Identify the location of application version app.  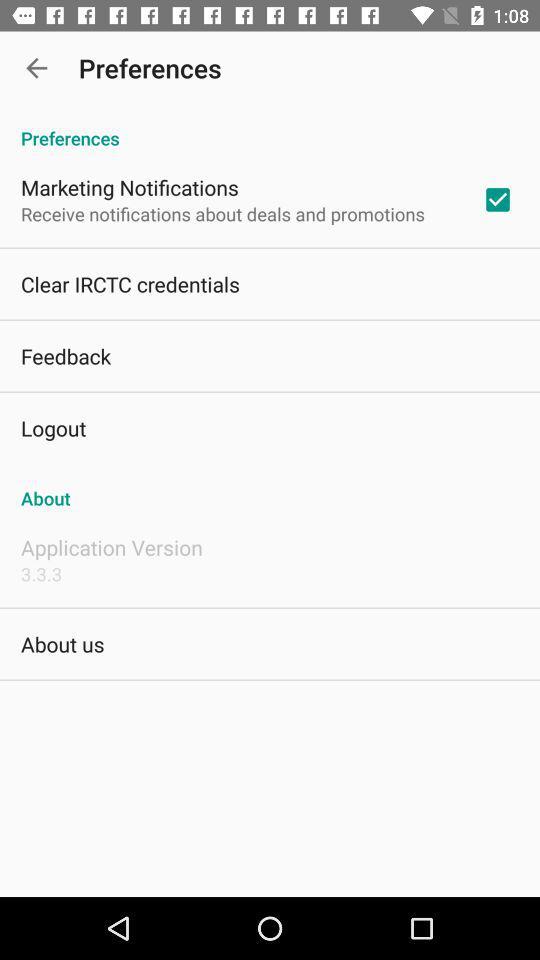
(111, 547).